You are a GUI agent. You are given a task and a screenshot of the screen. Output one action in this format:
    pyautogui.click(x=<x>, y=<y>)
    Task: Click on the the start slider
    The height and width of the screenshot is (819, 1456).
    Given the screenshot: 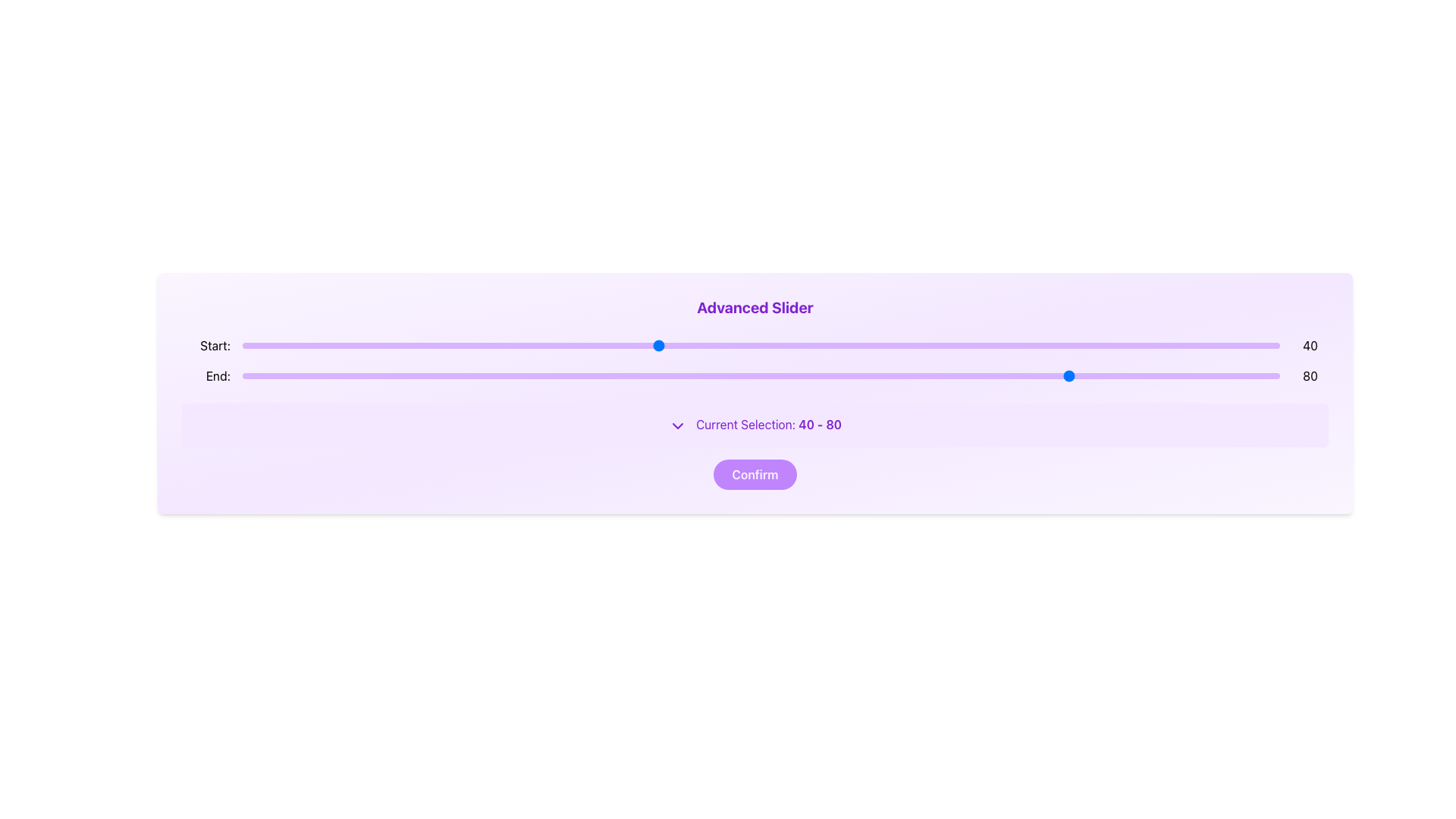 What is the action you would take?
    pyautogui.click(x=708, y=345)
    